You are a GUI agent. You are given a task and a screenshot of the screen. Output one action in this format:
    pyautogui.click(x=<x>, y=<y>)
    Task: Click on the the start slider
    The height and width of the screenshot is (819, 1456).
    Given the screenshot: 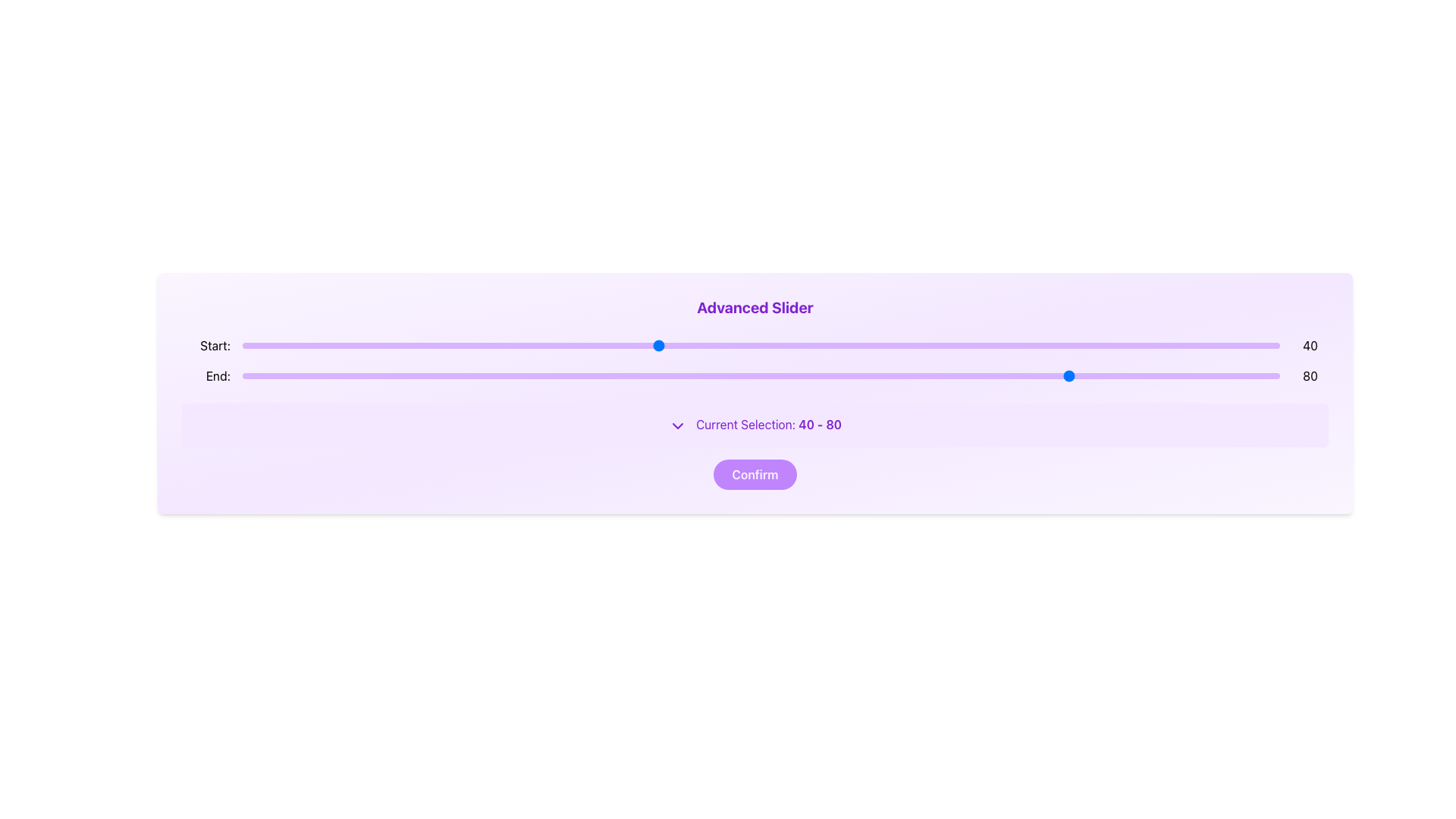 What is the action you would take?
    pyautogui.click(x=708, y=345)
    